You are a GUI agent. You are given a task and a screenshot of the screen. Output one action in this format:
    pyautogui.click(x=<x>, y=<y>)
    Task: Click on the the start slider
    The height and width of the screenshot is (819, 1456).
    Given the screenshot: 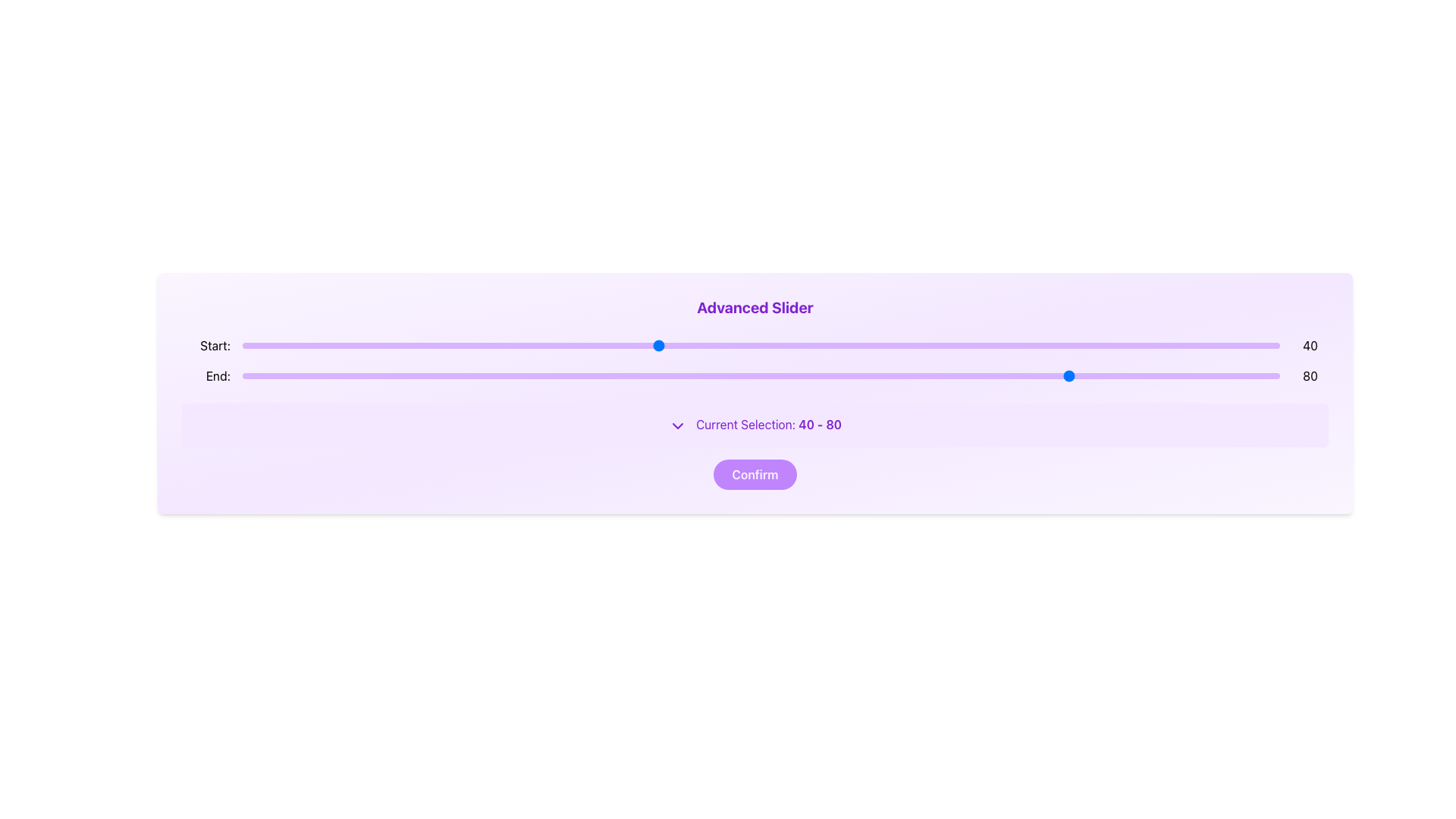 What is the action you would take?
    pyautogui.click(x=708, y=345)
    